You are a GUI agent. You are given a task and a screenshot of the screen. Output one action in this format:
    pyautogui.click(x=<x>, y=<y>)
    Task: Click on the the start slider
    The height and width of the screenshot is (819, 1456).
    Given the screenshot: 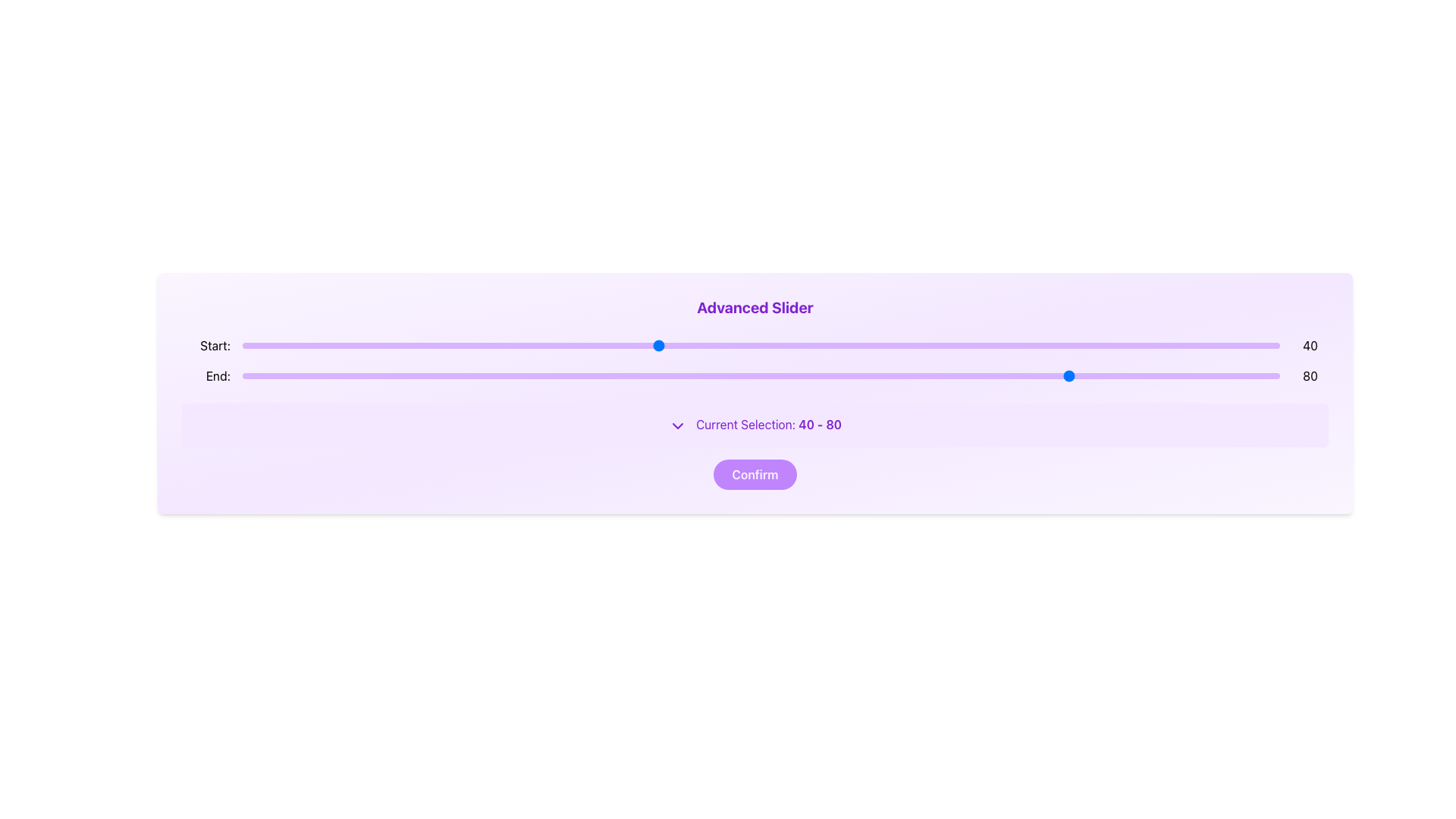 What is the action you would take?
    pyautogui.click(x=708, y=345)
    